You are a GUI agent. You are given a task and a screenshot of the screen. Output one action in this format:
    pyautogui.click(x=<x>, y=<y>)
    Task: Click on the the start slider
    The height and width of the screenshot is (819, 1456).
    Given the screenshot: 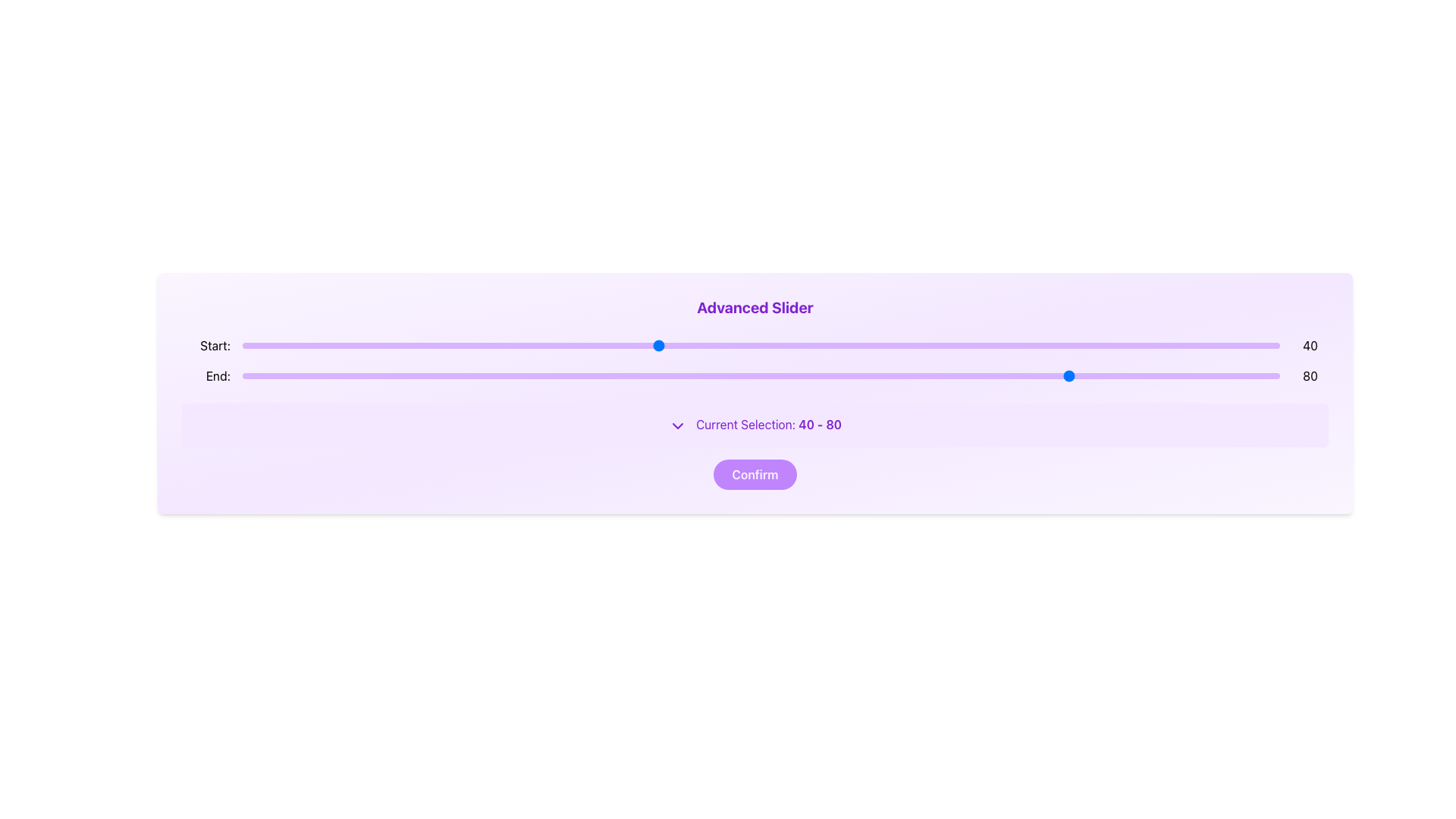 What is the action you would take?
    pyautogui.click(x=708, y=345)
    